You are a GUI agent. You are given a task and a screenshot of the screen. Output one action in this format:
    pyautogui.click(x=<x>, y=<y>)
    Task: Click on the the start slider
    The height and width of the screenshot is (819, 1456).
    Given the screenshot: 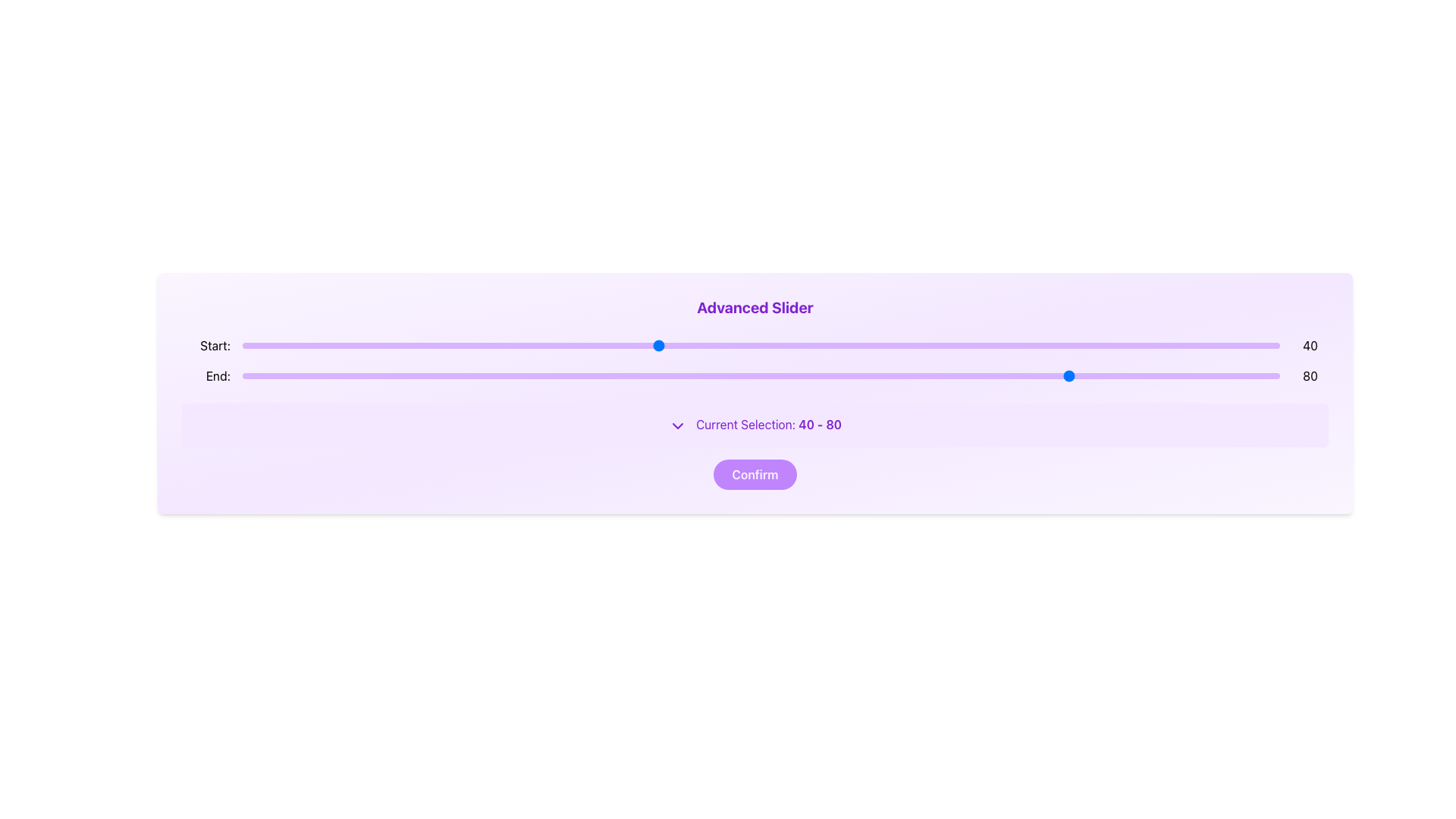 What is the action you would take?
    pyautogui.click(x=708, y=345)
    